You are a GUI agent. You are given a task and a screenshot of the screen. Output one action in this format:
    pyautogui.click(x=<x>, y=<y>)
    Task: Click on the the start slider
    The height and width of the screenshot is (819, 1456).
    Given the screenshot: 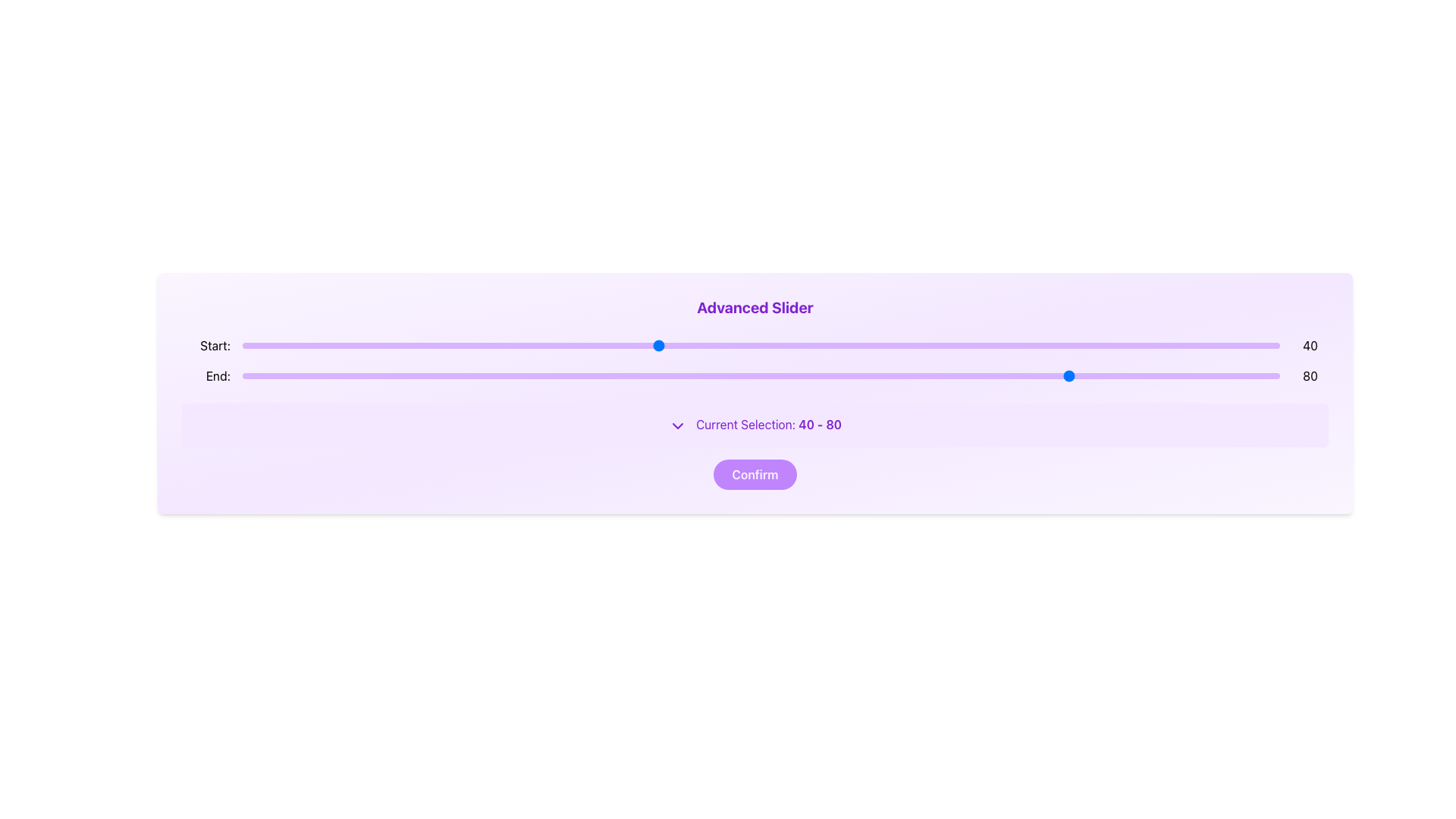 What is the action you would take?
    pyautogui.click(x=708, y=345)
    